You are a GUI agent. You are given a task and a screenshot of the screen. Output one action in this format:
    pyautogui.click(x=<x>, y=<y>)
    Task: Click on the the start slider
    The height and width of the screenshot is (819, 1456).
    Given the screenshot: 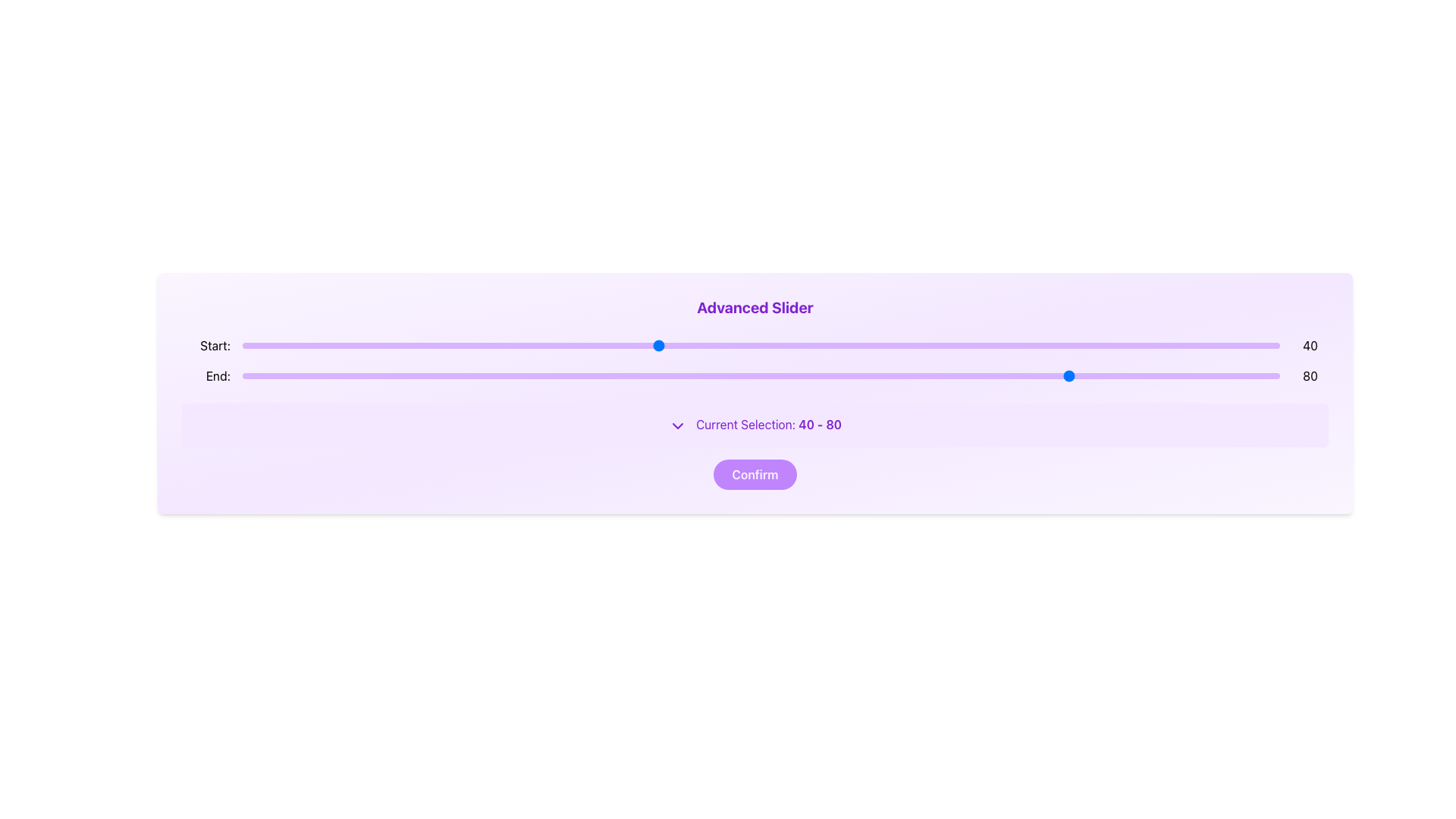 What is the action you would take?
    pyautogui.click(x=708, y=345)
    